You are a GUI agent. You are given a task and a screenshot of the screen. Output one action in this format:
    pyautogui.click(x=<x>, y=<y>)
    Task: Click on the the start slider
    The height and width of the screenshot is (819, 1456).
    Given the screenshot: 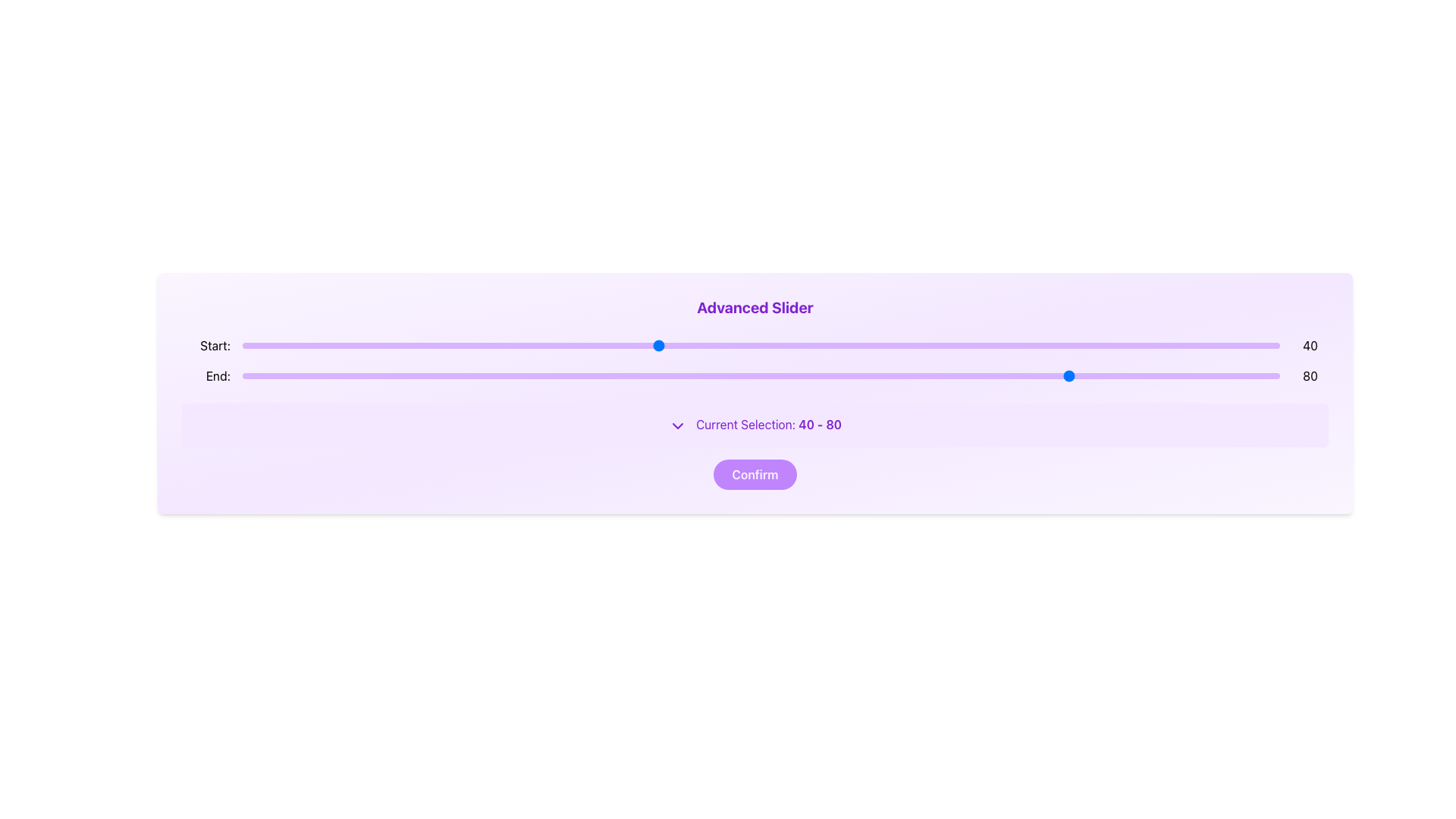 What is the action you would take?
    pyautogui.click(x=708, y=345)
    